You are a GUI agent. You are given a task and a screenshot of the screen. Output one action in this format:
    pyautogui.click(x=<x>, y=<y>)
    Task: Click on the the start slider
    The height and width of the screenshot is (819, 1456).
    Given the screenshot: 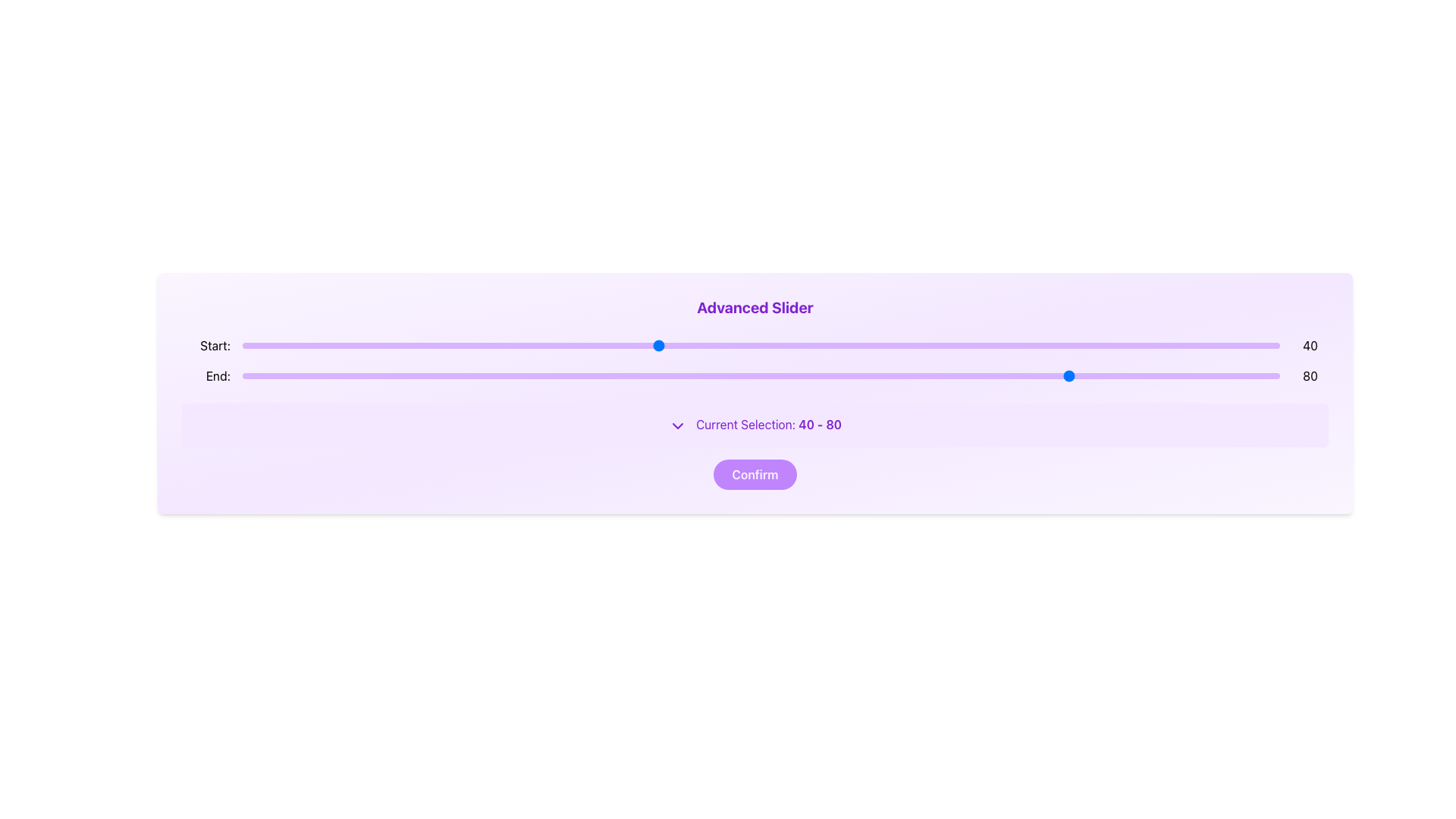 What is the action you would take?
    pyautogui.click(x=708, y=345)
    